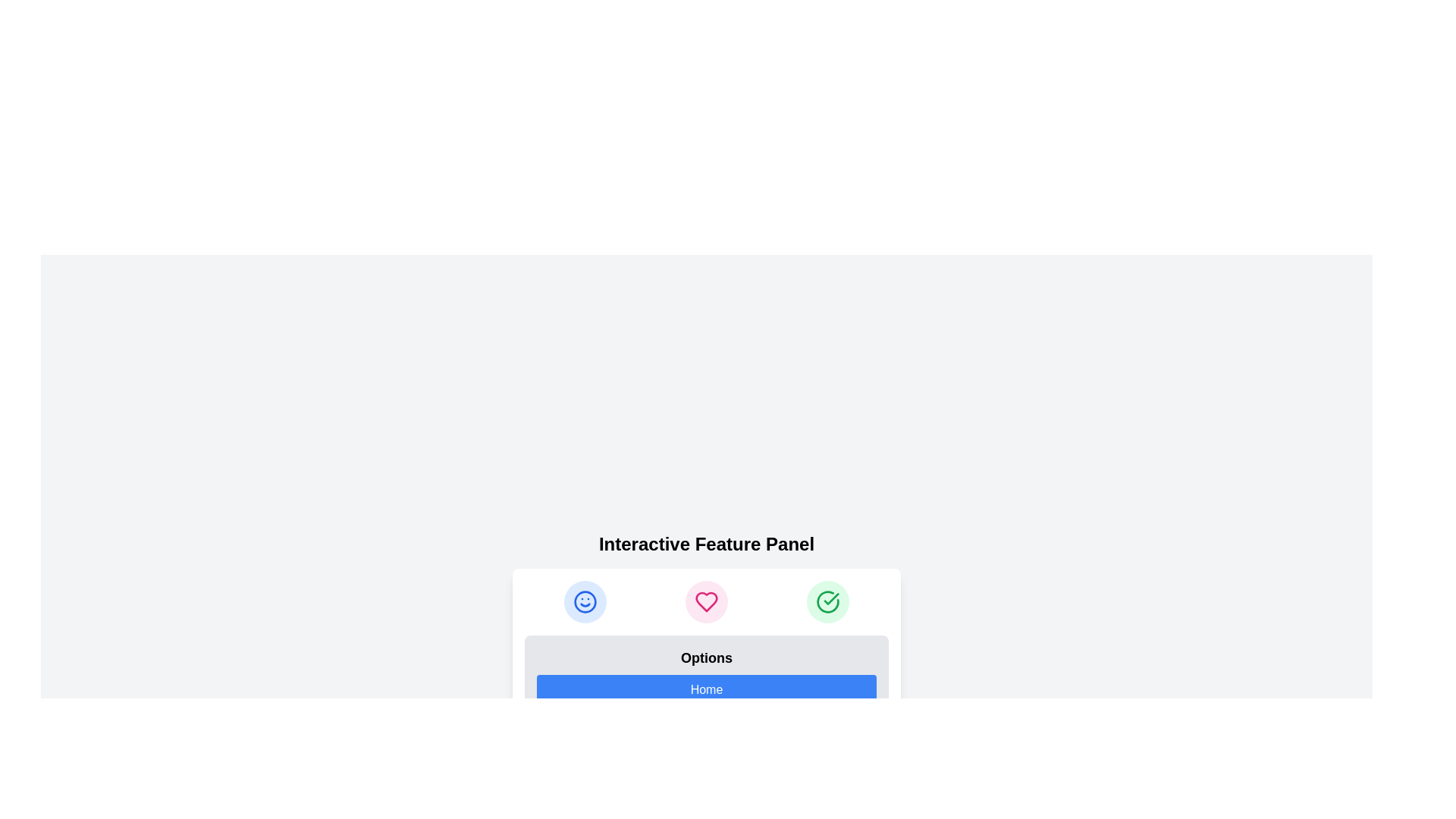 The width and height of the screenshot is (1456, 819). Describe the element at coordinates (705, 657) in the screenshot. I see `the 'Options' text label which is prominently displayed at the top of a section with a light gray background and rounded corners` at that location.